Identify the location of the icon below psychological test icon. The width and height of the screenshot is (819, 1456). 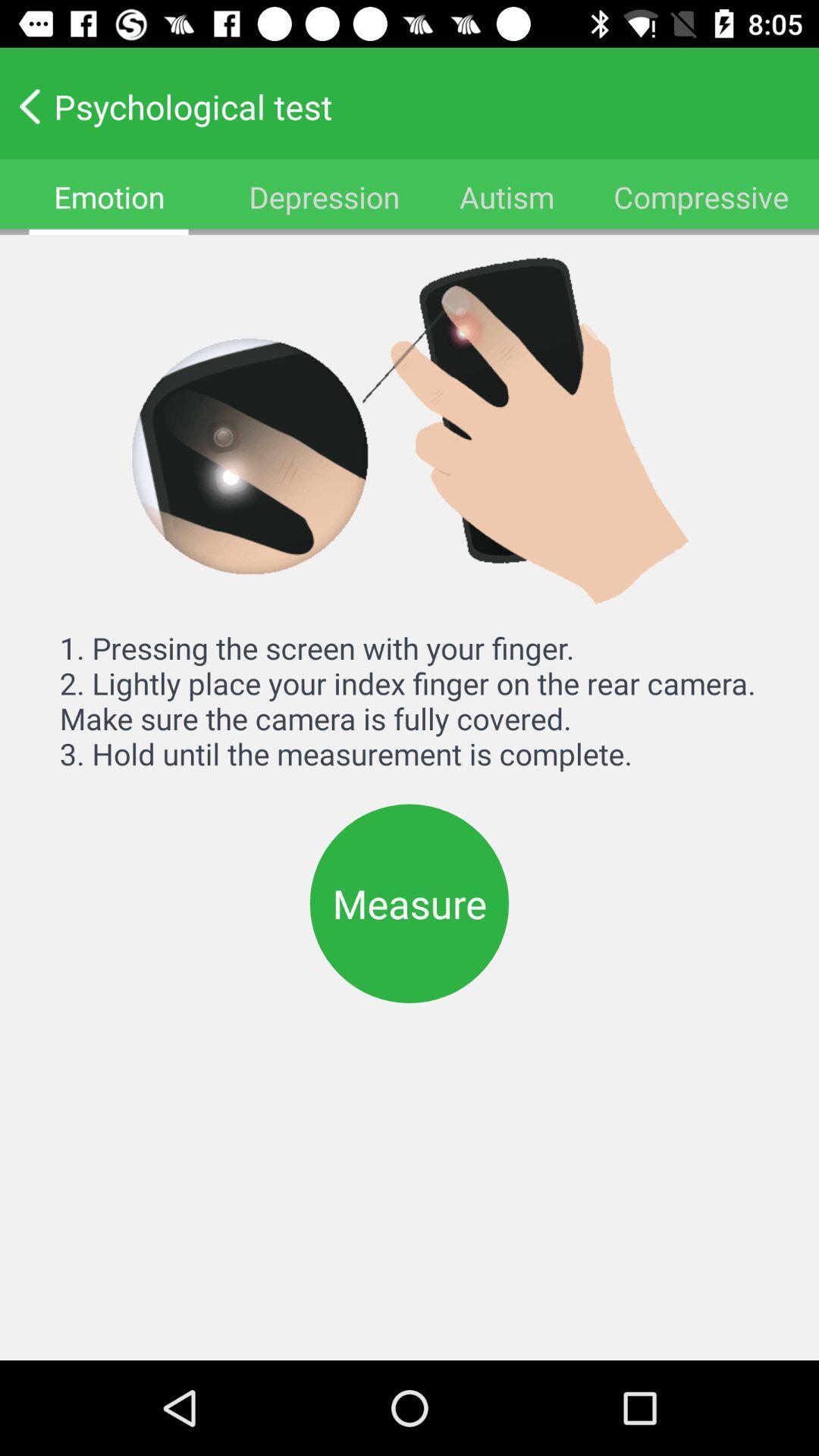
(507, 196).